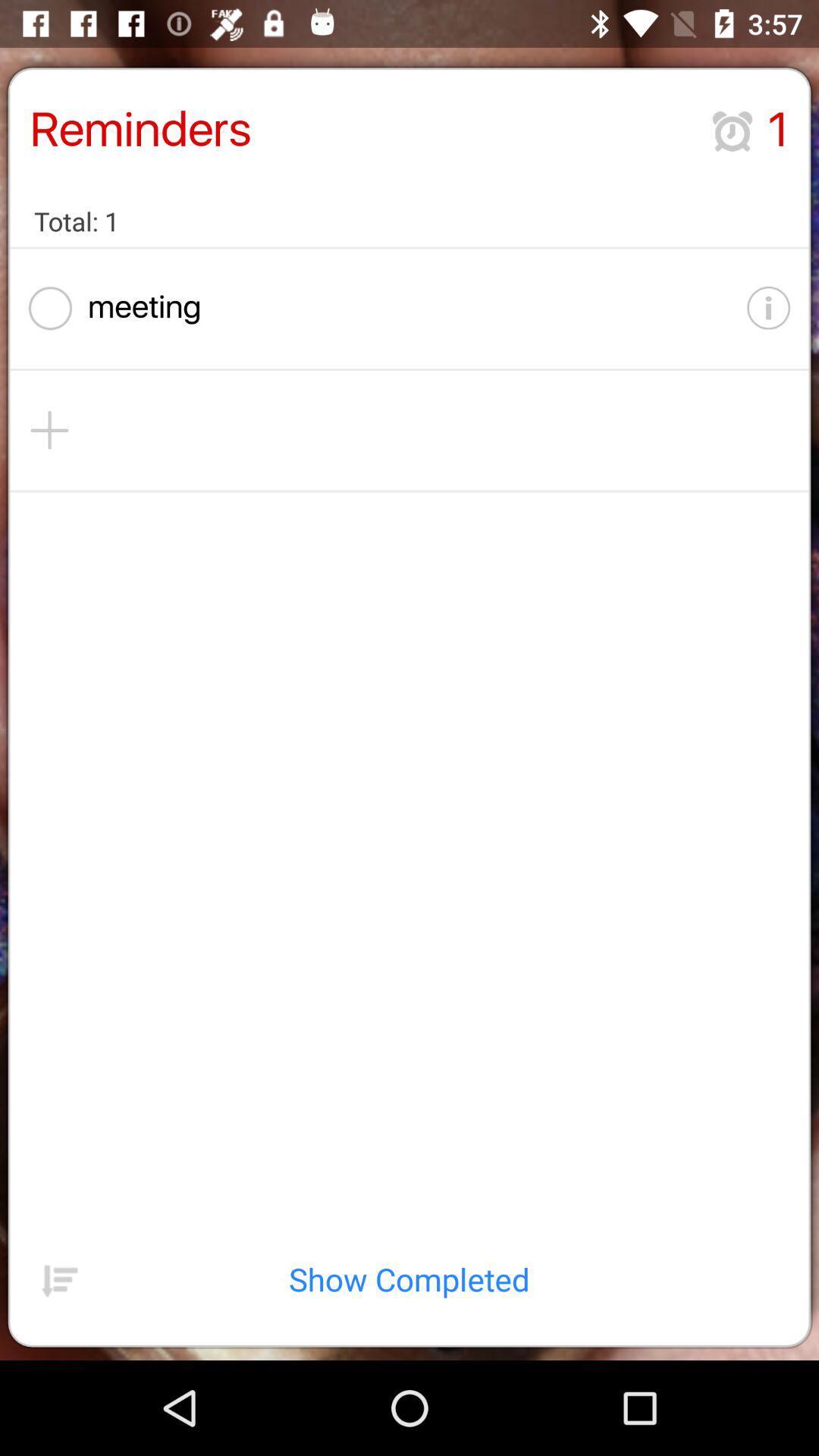 This screenshot has width=819, height=1456. Describe the element at coordinates (769, 308) in the screenshot. I see `the icon which is to the right from meeting` at that location.